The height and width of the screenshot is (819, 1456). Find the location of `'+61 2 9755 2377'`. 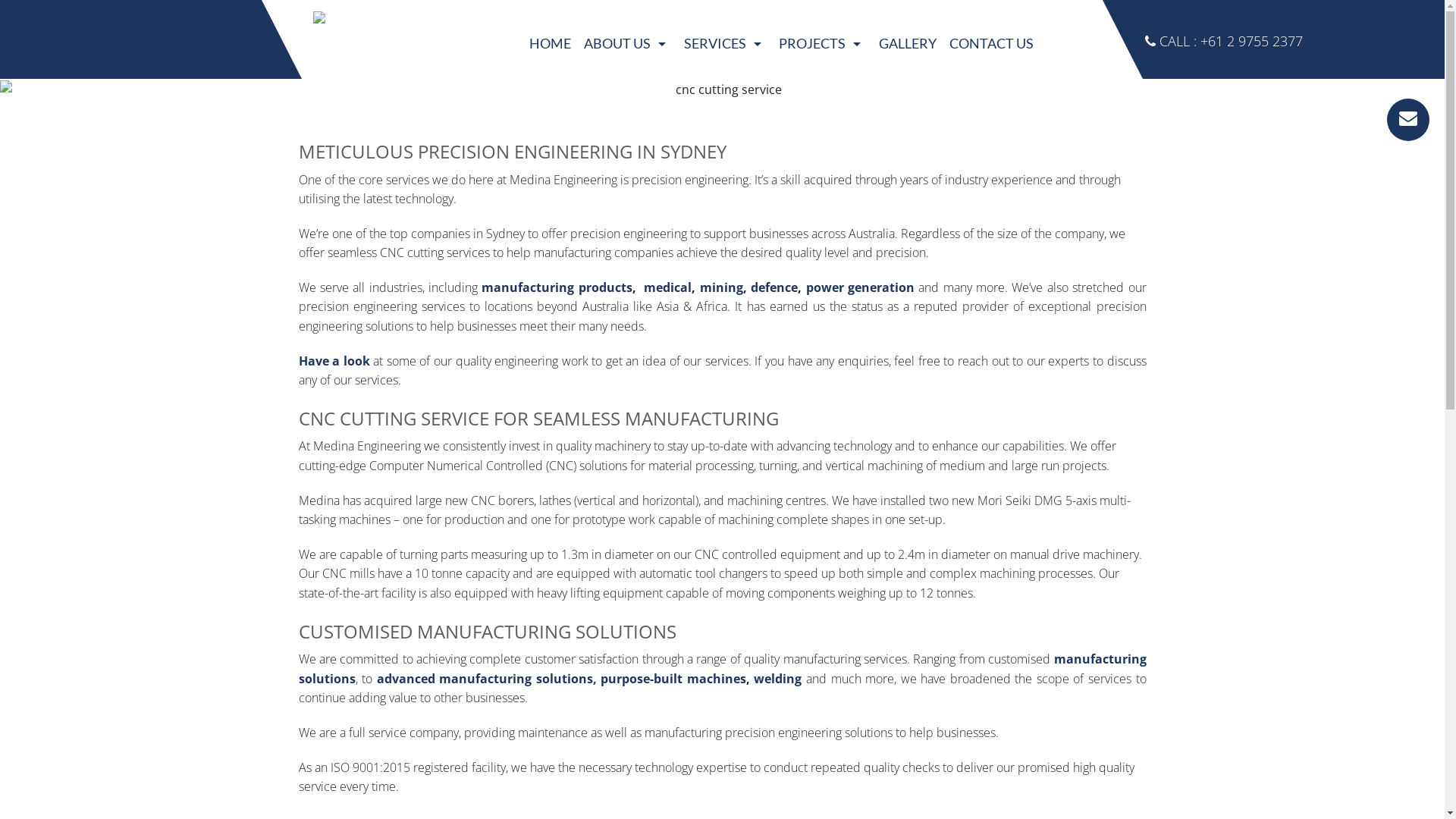

'+61 2 9755 2377' is located at coordinates (1250, 40).